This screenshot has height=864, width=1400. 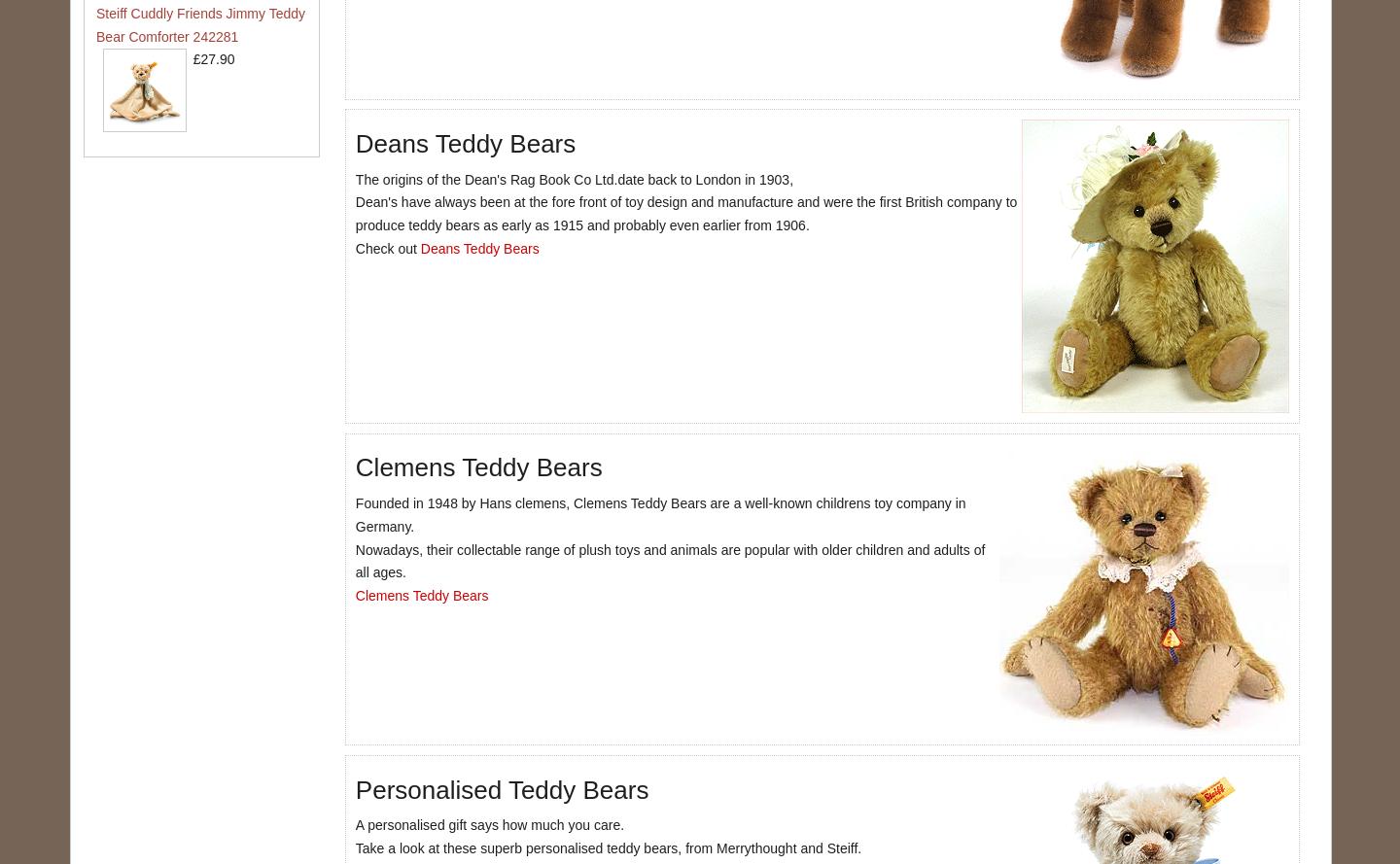 I want to click on 'Check out', so click(x=386, y=249).